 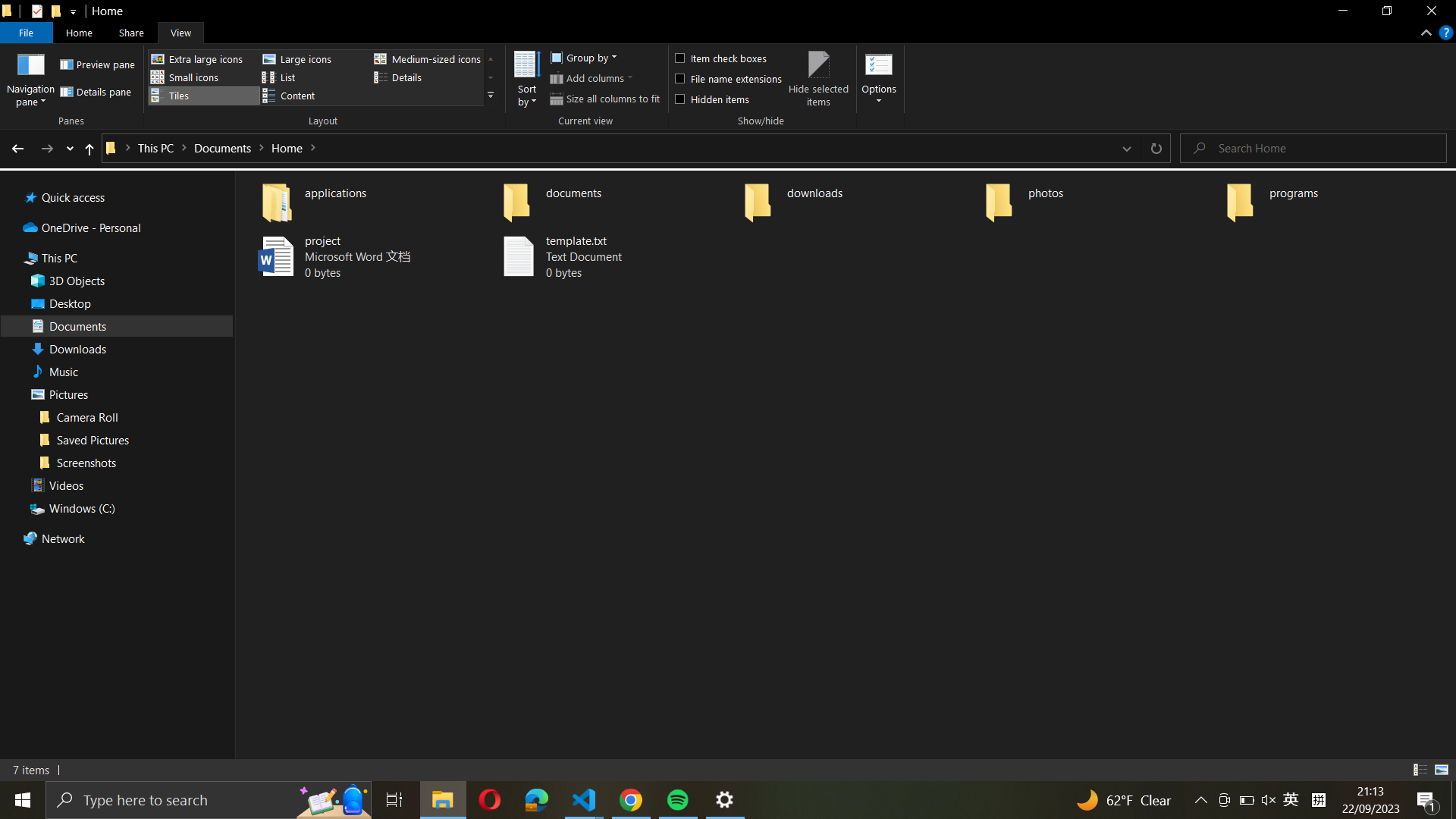 I want to click on the "photos" folder and select the first 5 photos, so click(x=1099, y=198).